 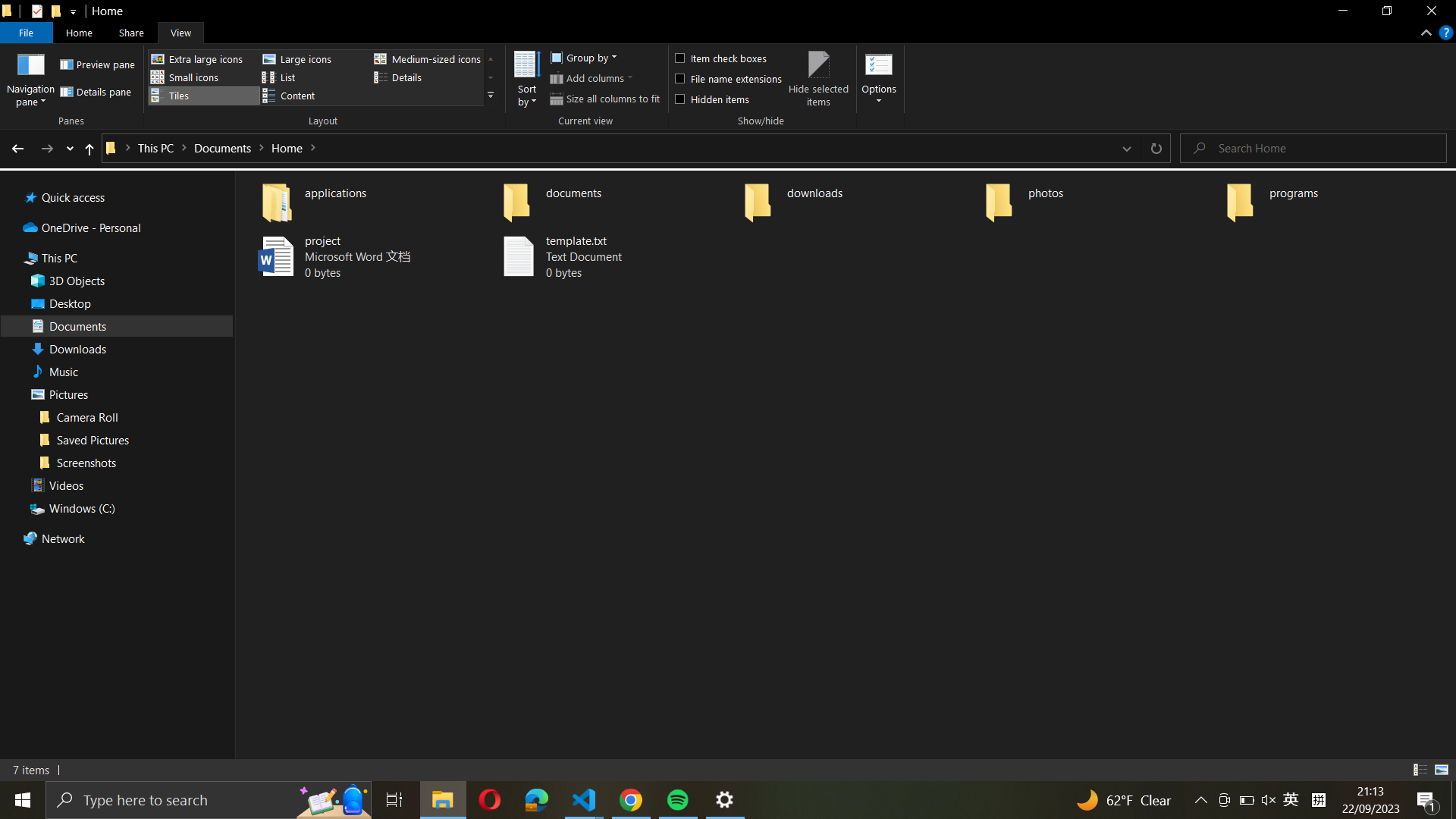 I want to click on the "photos" folder and select the first 5 photos, so click(x=1099, y=198).